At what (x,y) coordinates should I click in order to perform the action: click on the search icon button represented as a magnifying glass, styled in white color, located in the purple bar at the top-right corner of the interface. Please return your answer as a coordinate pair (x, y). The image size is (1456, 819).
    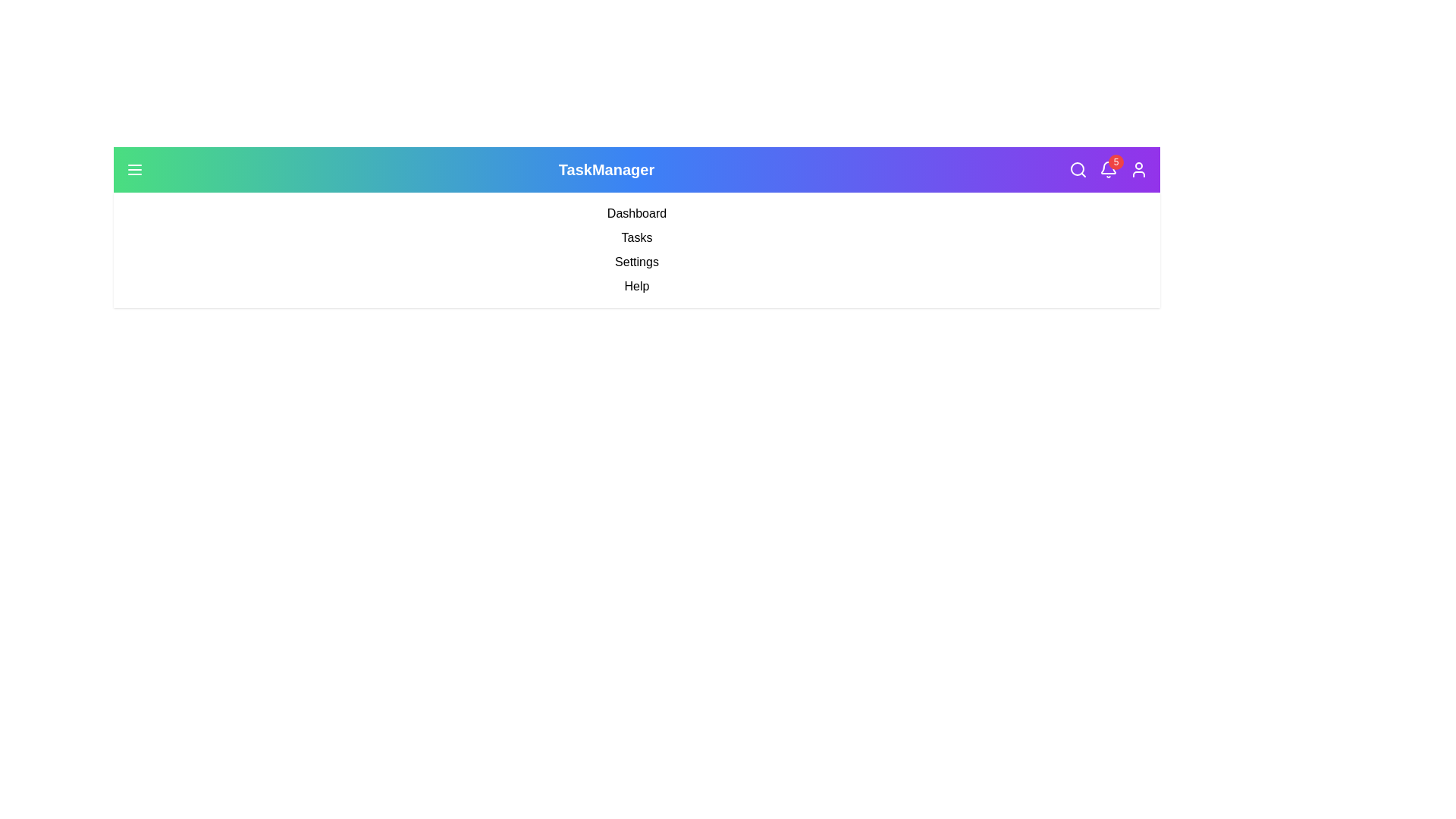
    Looking at the image, I should click on (1077, 169).